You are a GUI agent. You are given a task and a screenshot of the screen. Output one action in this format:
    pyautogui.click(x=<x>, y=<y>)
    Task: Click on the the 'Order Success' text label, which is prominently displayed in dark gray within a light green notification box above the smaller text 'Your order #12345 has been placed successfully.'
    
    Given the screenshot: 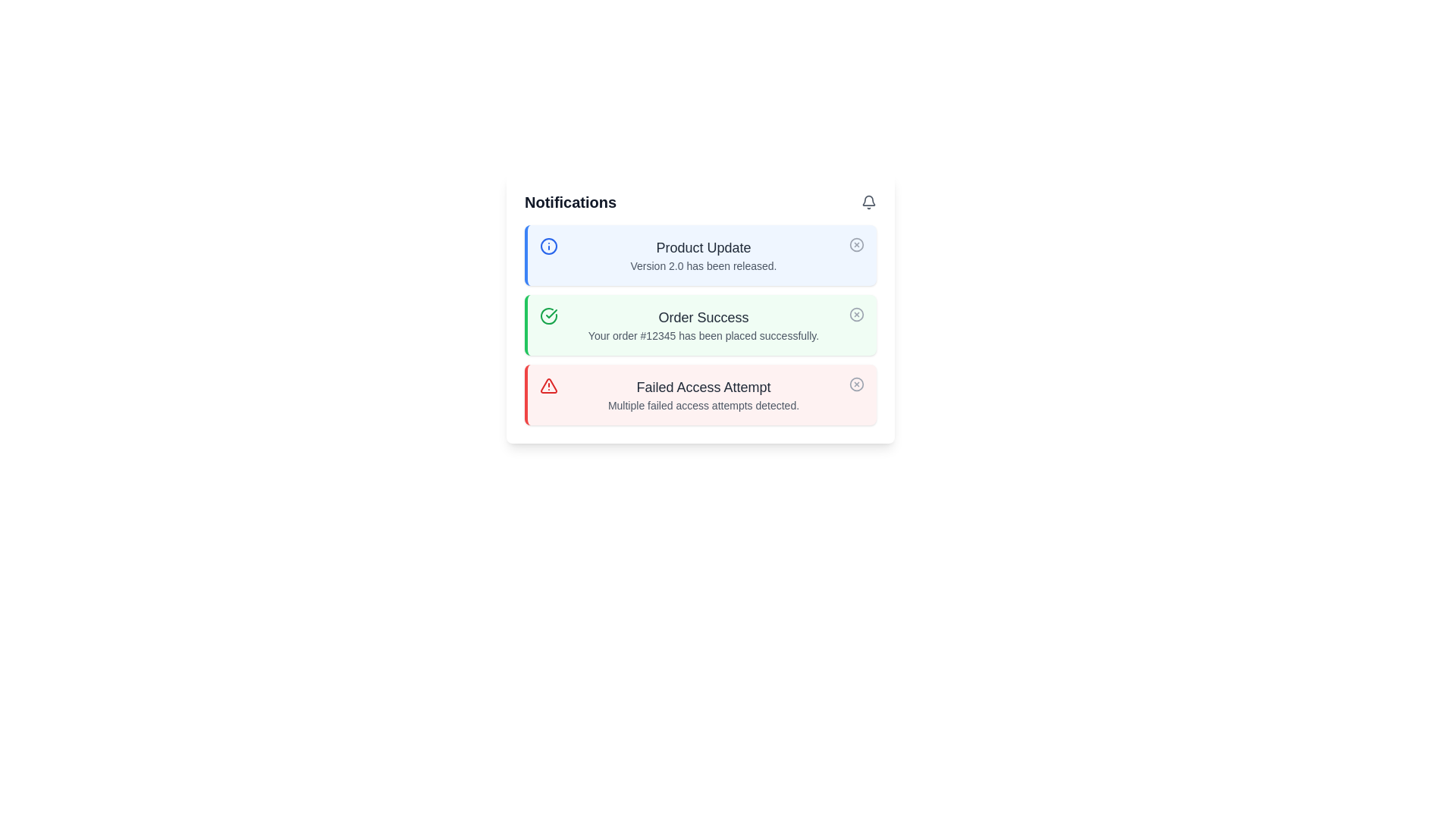 What is the action you would take?
    pyautogui.click(x=702, y=317)
    